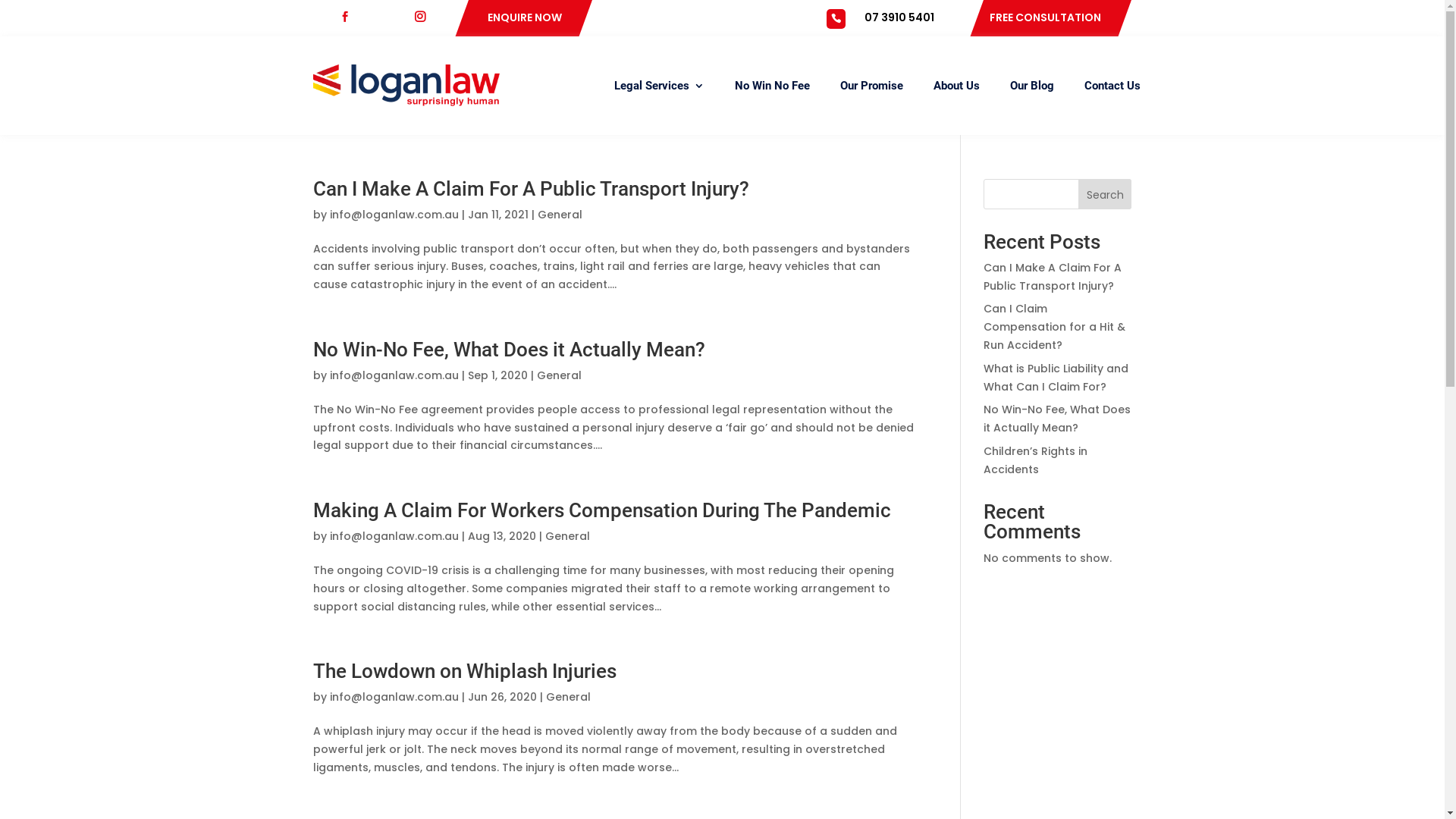 This screenshot has height=819, width=1456. Describe the element at coordinates (1056, 418) in the screenshot. I see `'No Win-No Fee, What Does it Actually Mean?'` at that location.